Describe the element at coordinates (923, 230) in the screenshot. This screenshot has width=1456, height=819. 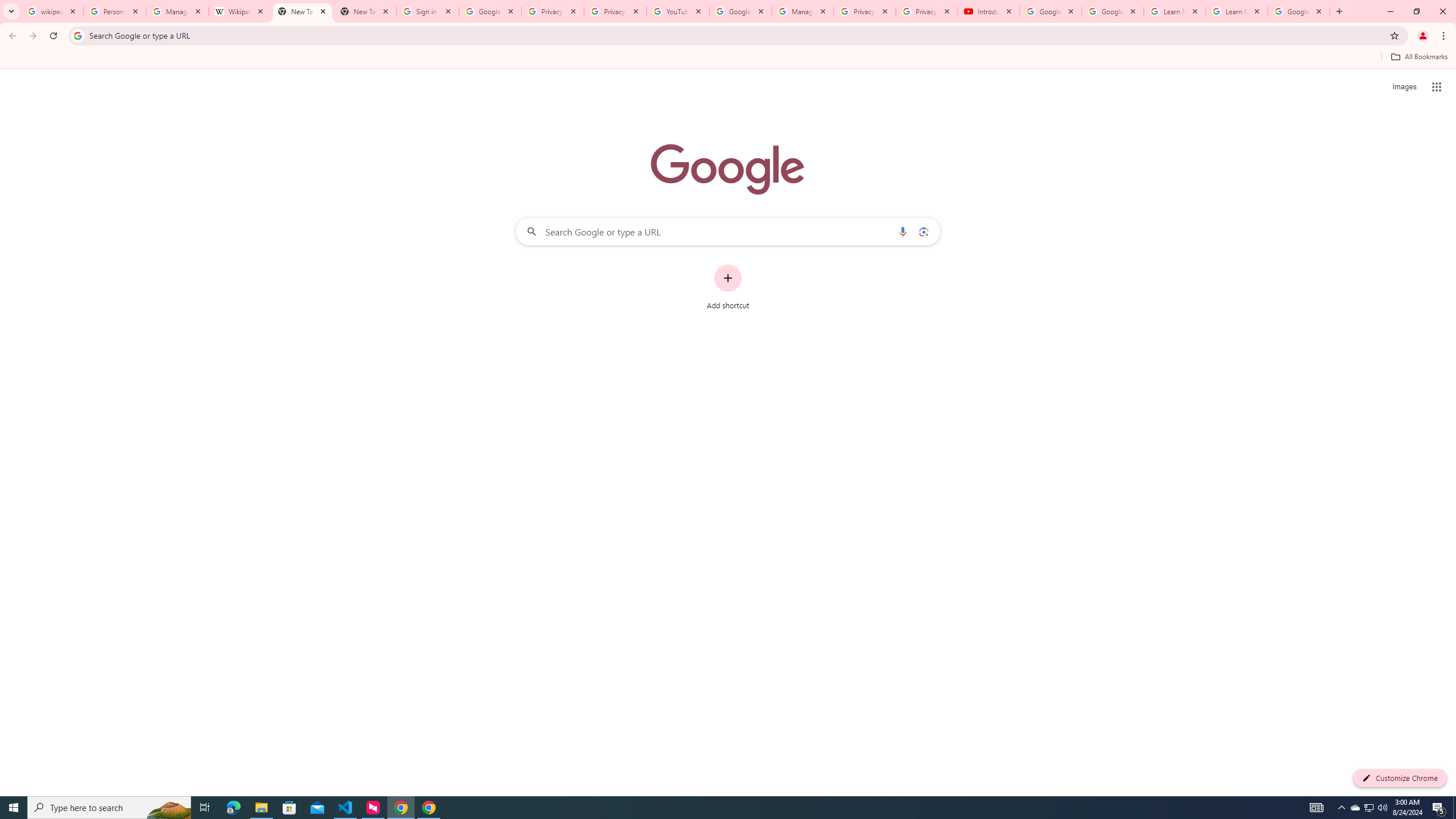
I see `'Search by image'` at that location.